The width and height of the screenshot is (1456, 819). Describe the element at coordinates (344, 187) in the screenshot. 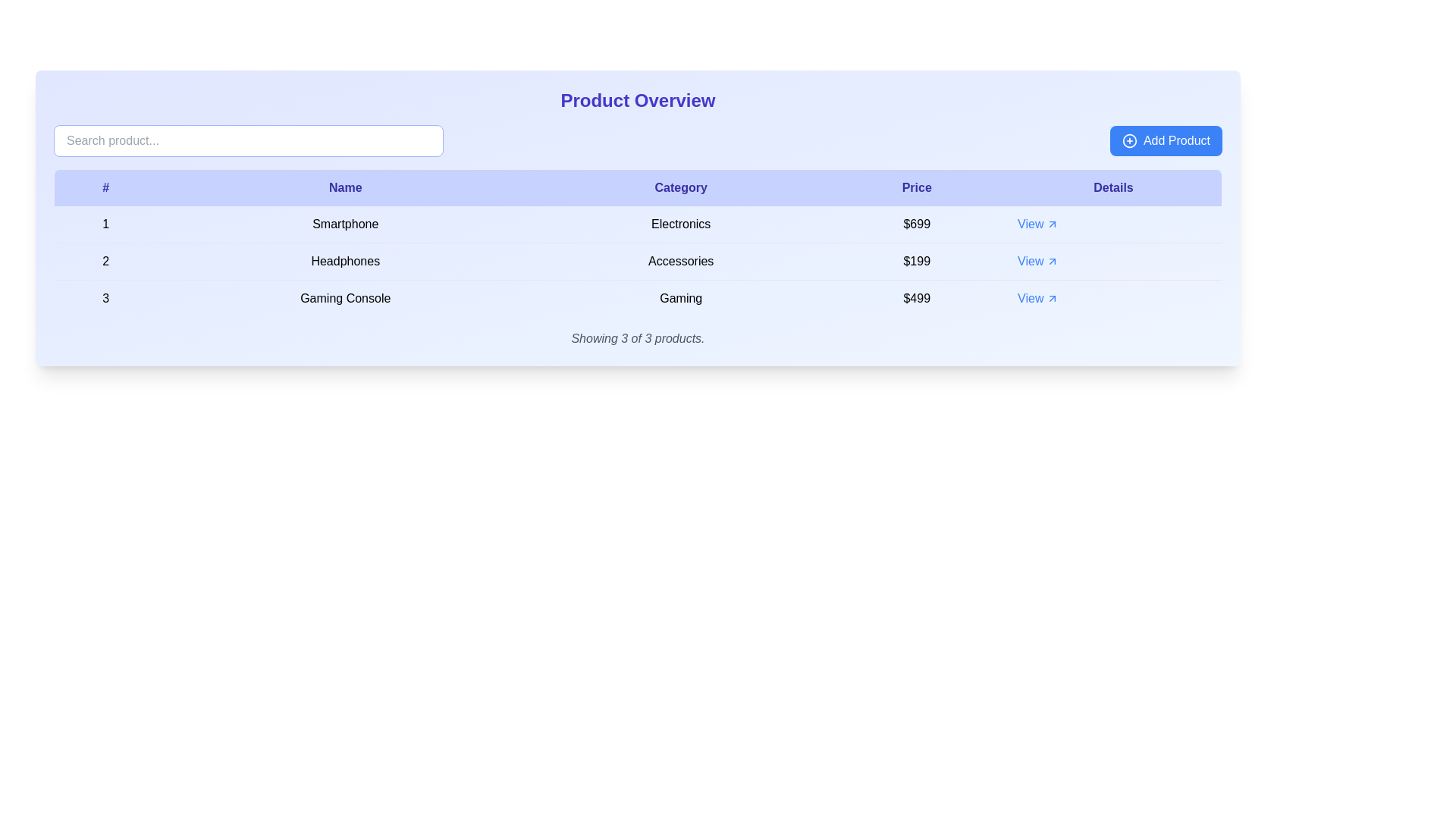

I see `'Name' label which is the second column header in the table, positioned between the '#' and 'Category' columns` at that location.